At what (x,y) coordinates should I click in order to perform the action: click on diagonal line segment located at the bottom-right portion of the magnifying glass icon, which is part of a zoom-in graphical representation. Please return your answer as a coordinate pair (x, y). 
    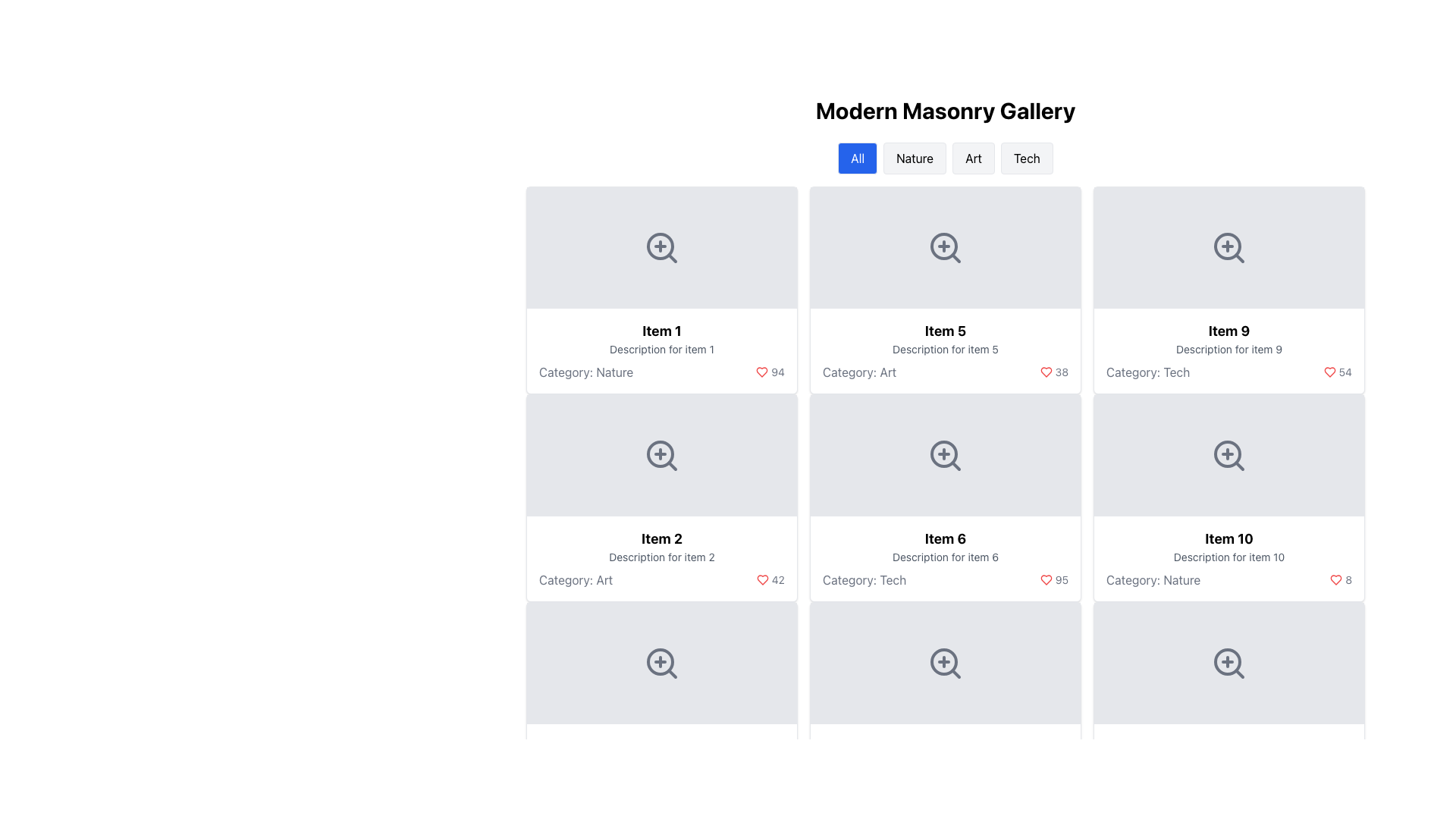
    Looking at the image, I should click on (955, 673).